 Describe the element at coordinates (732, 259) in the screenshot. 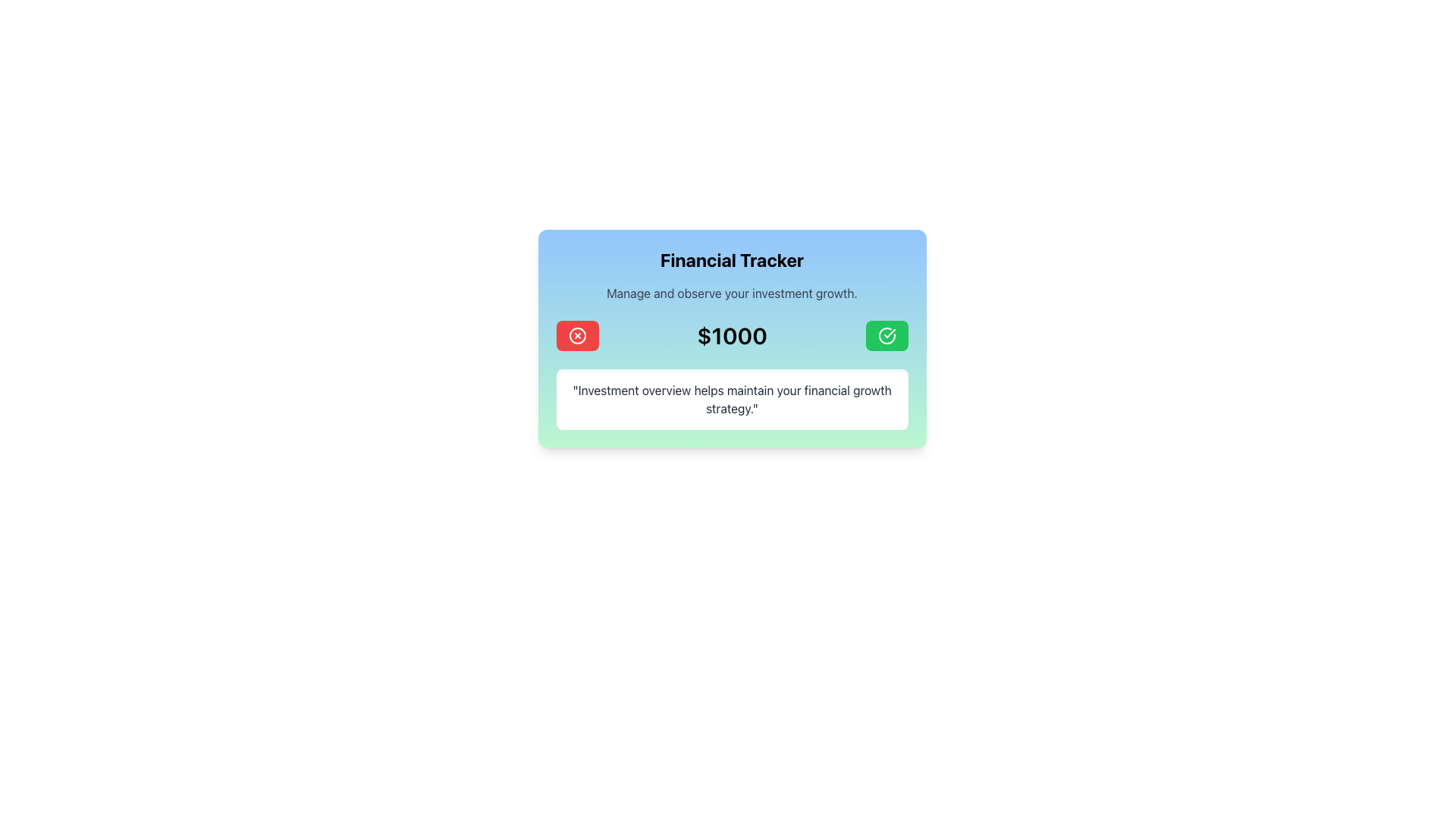

I see `the header text displaying 'Financial Tracker' which is in bold and large font, located at the top-center of the card with a light blue background` at that location.